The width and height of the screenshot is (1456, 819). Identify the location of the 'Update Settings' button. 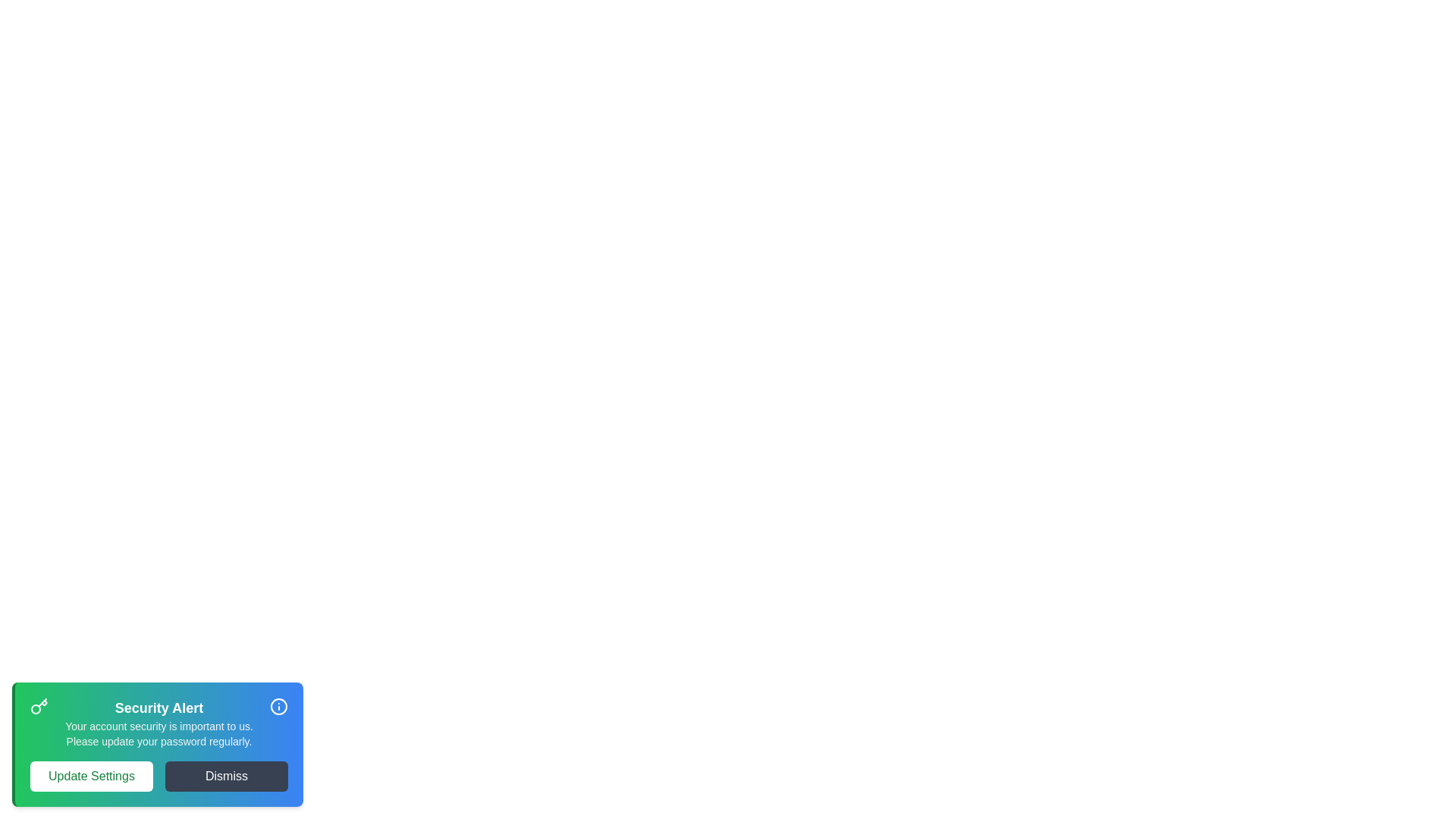
(90, 776).